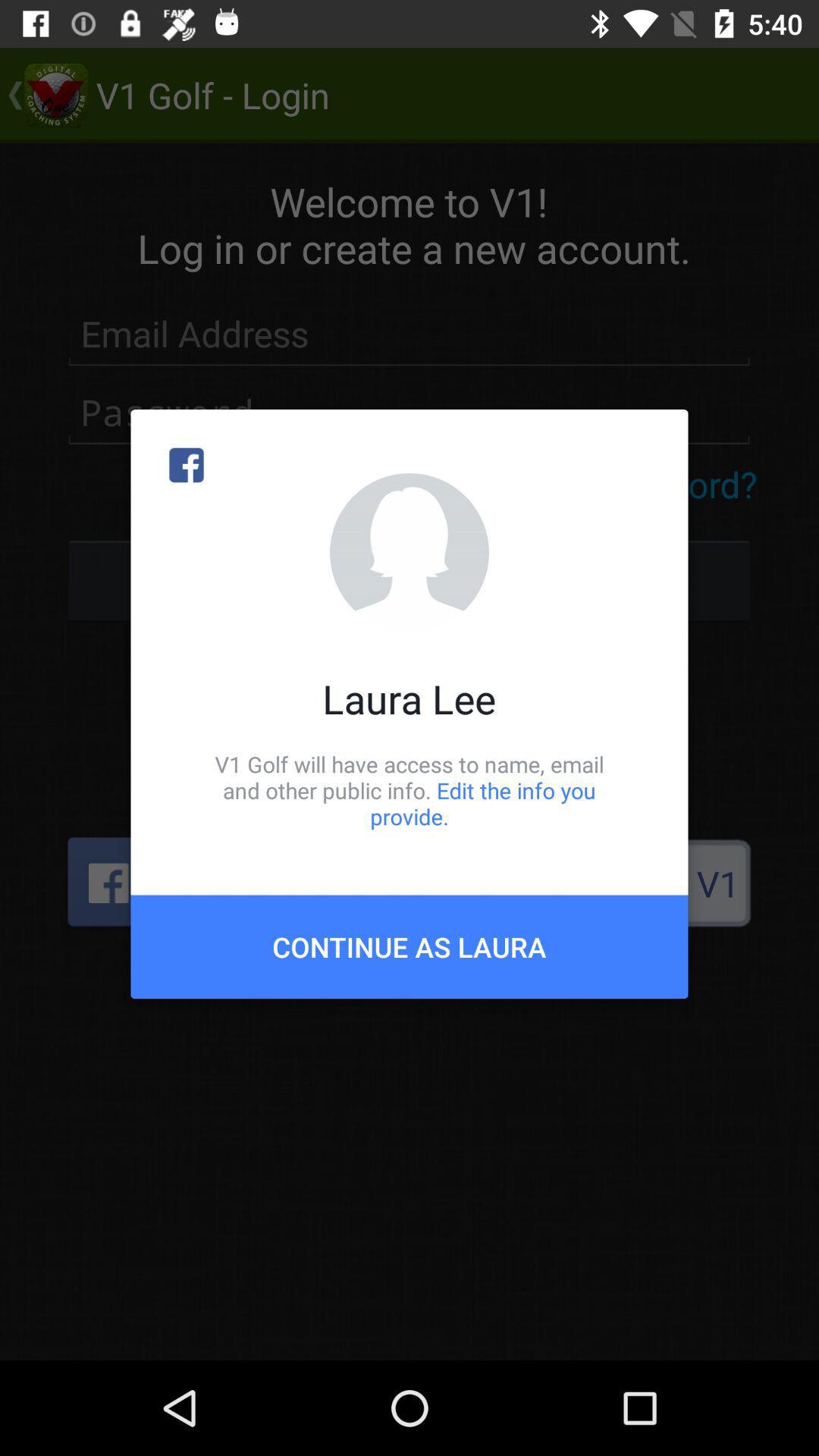 The height and width of the screenshot is (1456, 819). Describe the element at coordinates (409, 789) in the screenshot. I see `the item below laura lee icon` at that location.